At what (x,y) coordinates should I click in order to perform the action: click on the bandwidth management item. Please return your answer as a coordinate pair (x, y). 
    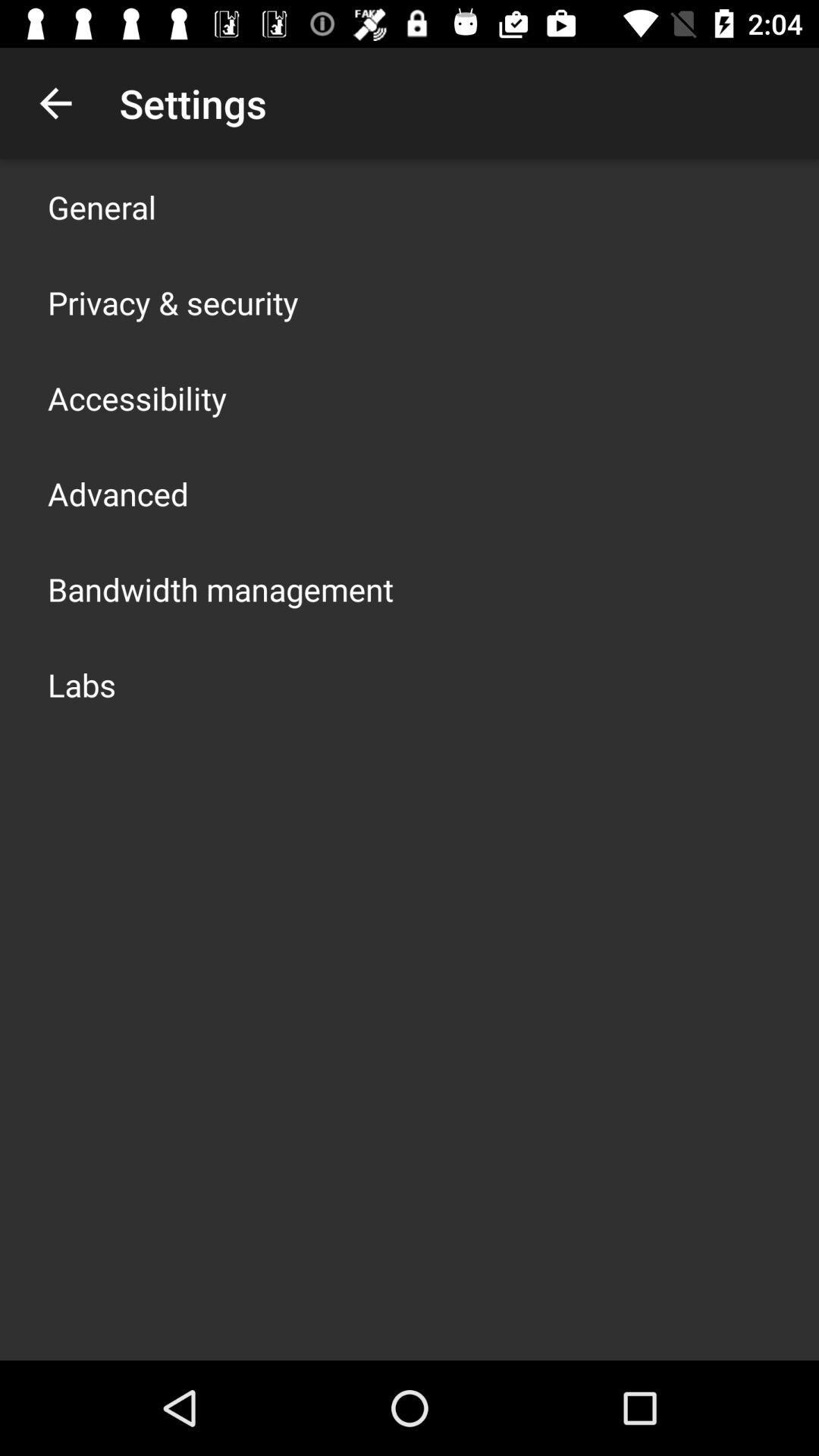
    Looking at the image, I should click on (220, 588).